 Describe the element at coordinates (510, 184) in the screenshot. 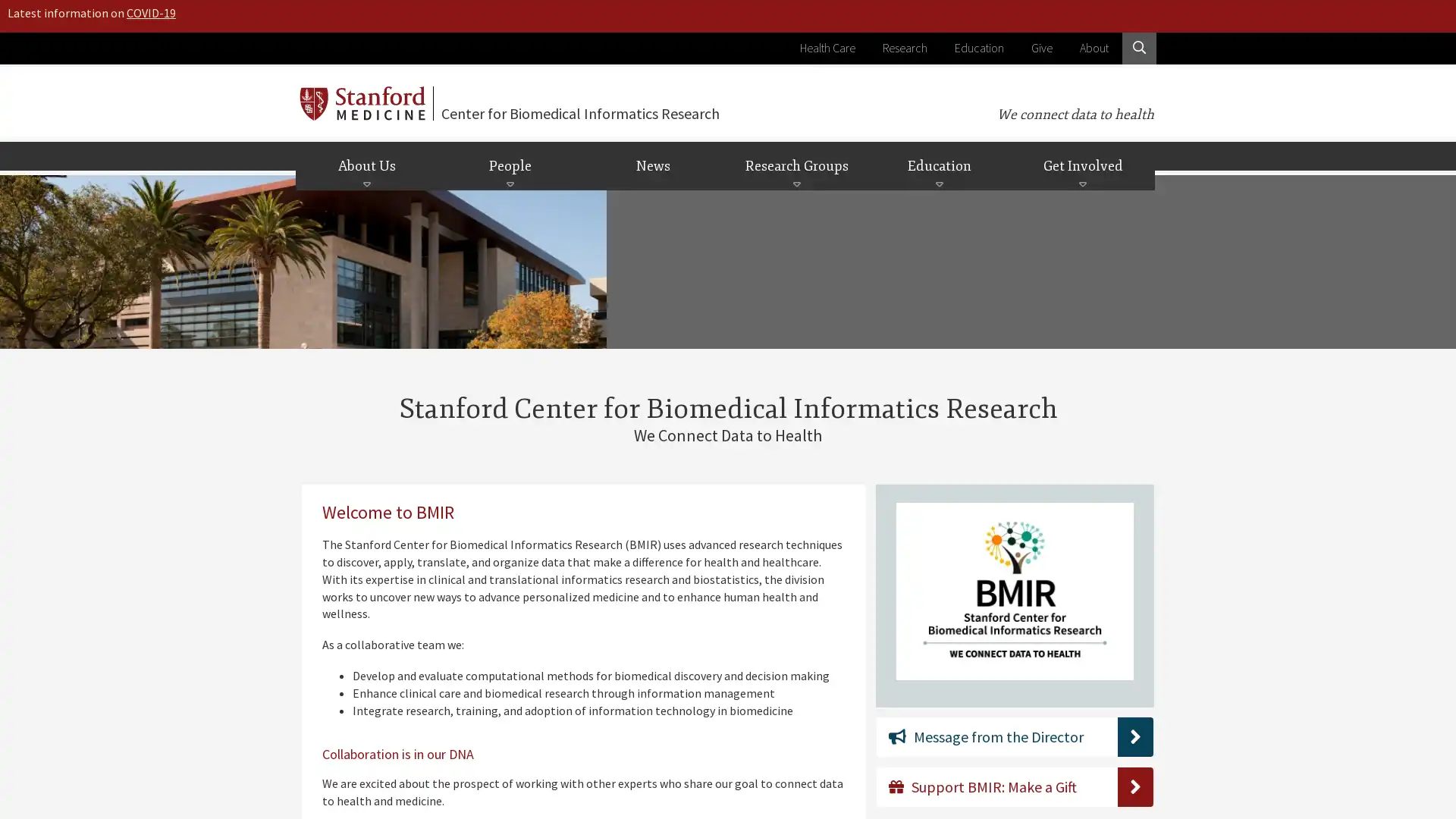

I see `open` at that location.